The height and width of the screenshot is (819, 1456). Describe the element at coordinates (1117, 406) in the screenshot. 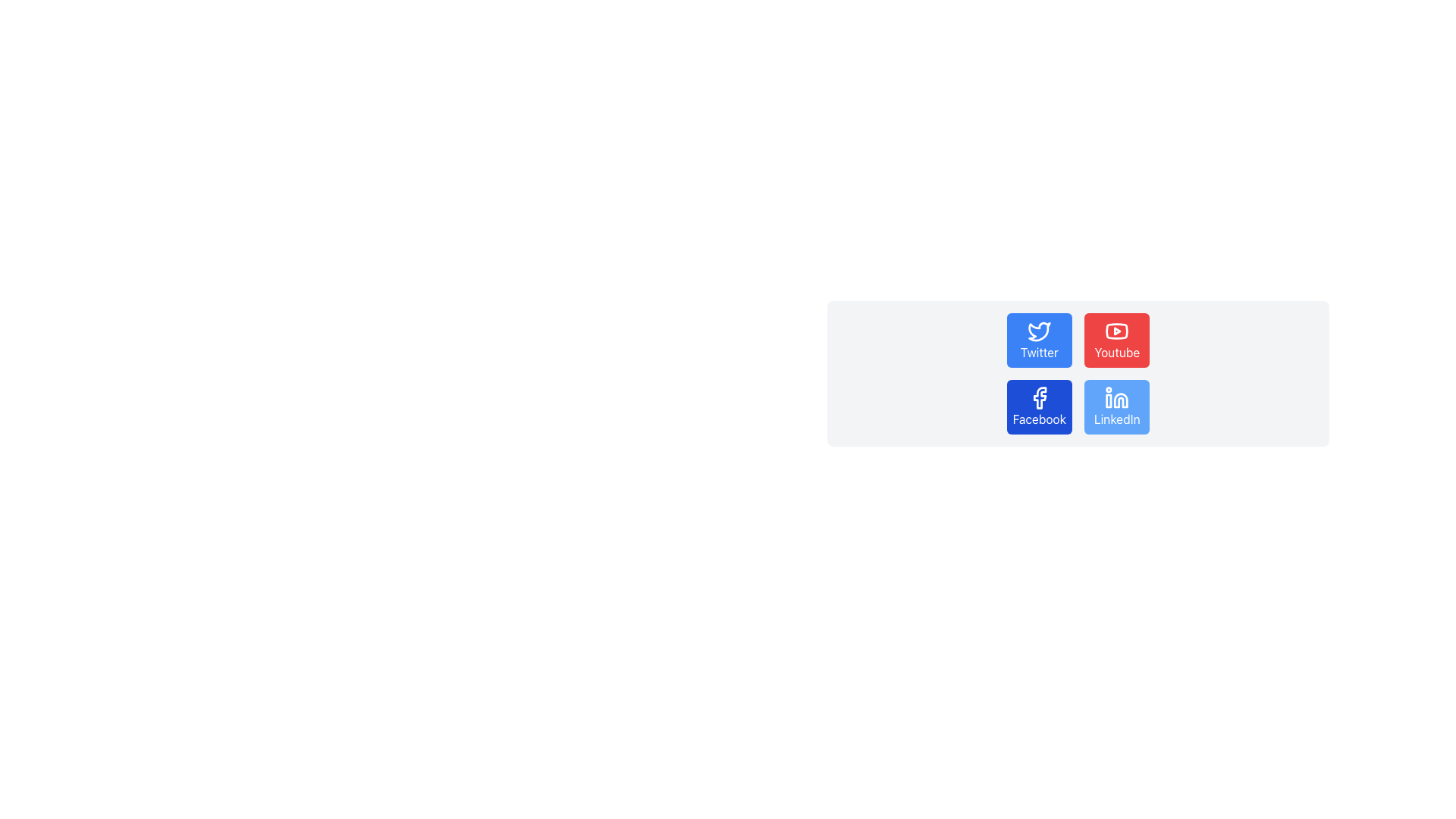

I see `the LinkedIn button located in the bottom right corner of the grid layout to observe the hover effects` at that location.